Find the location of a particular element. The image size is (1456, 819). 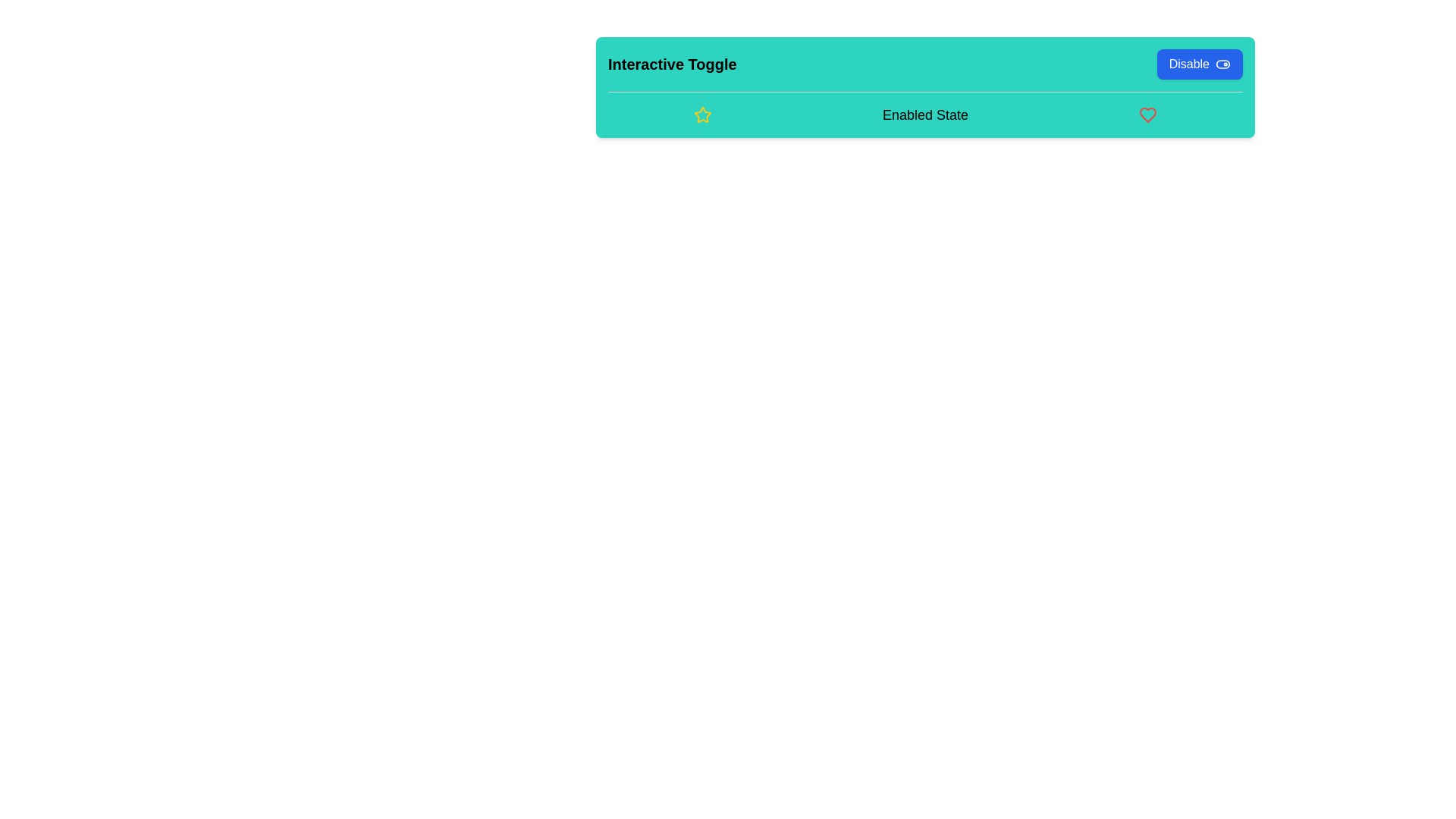

the blue button with rounded corners labeled 'Disable' to observe the hover effect is located at coordinates (1199, 63).